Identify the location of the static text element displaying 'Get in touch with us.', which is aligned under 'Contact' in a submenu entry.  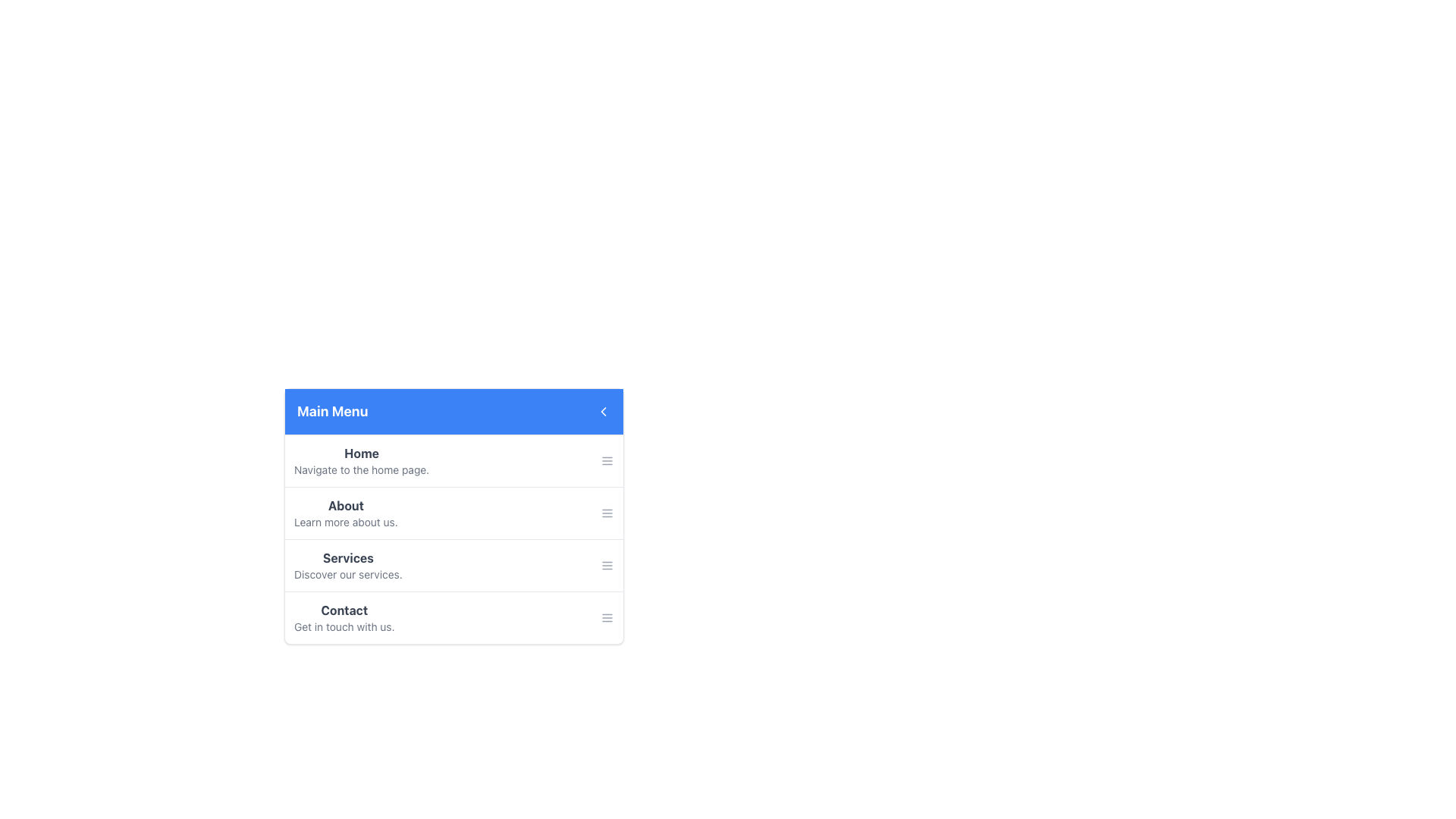
(344, 626).